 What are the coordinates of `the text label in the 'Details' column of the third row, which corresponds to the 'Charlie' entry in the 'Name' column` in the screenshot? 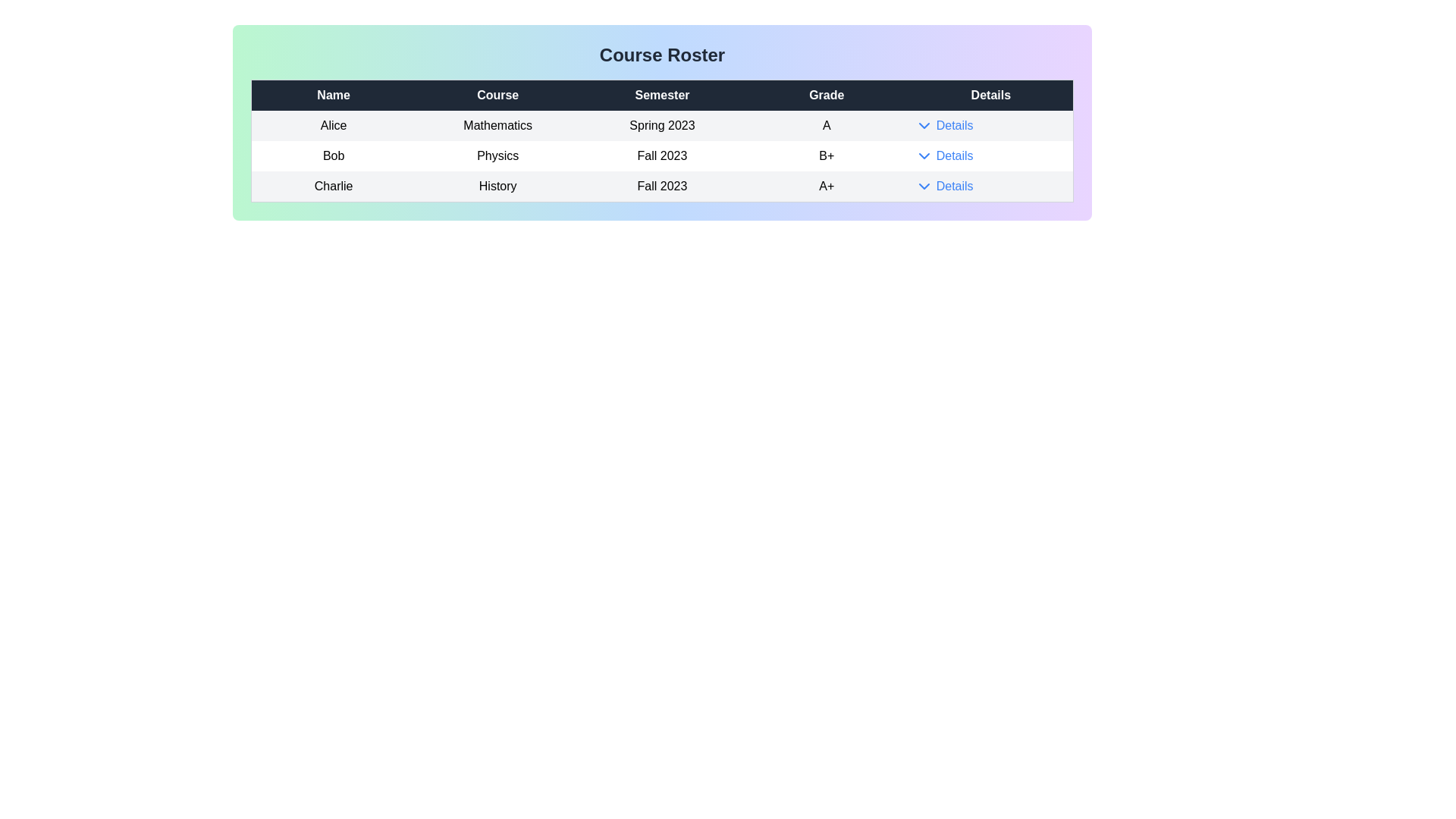 It's located at (954, 186).